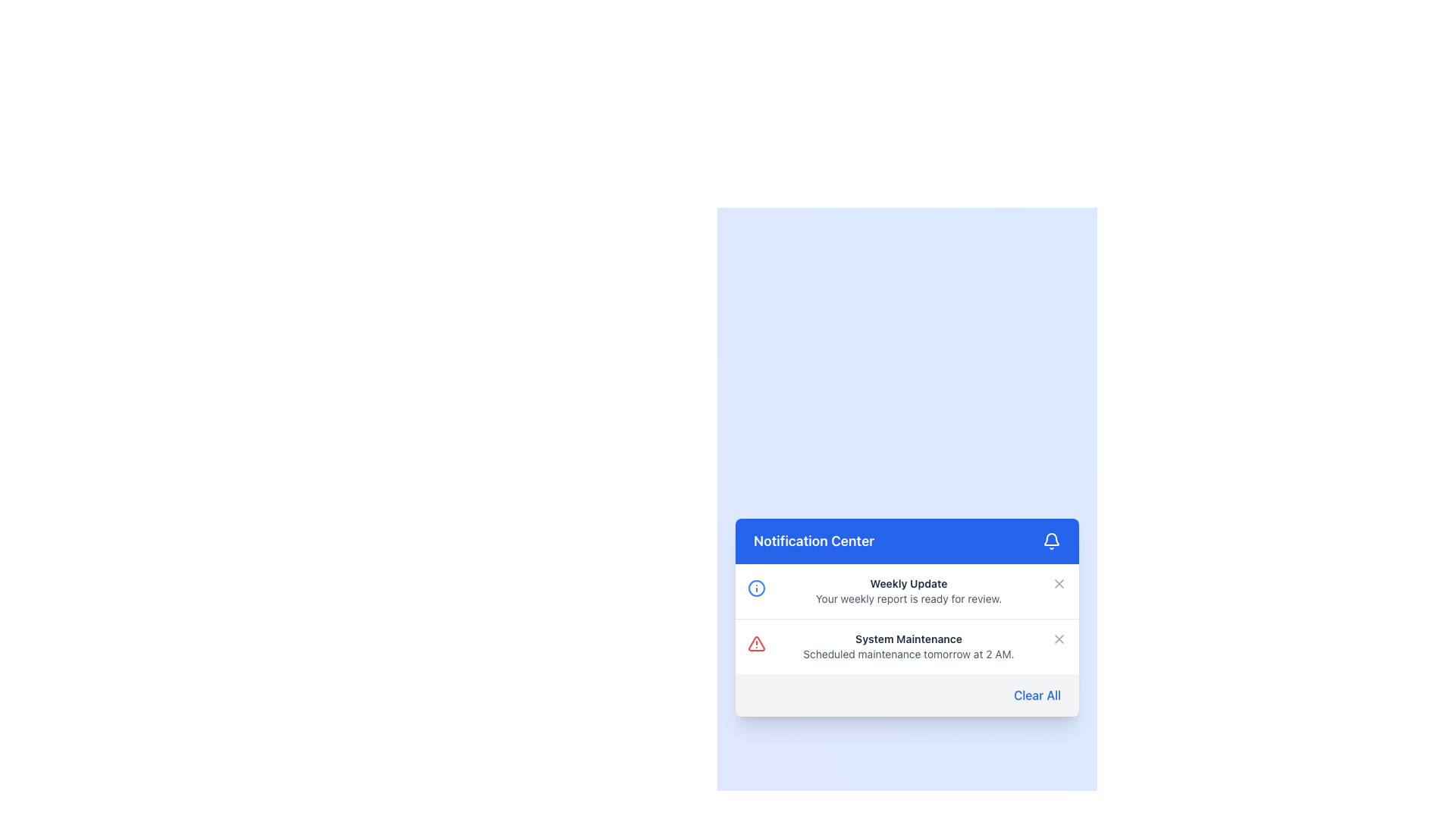 This screenshot has width=1456, height=819. Describe the element at coordinates (757, 587) in the screenshot. I see `the circular information icon with a blue border located in the second column of the 'Weekly Update' line in the notification dropdown to invoke a related action` at that location.